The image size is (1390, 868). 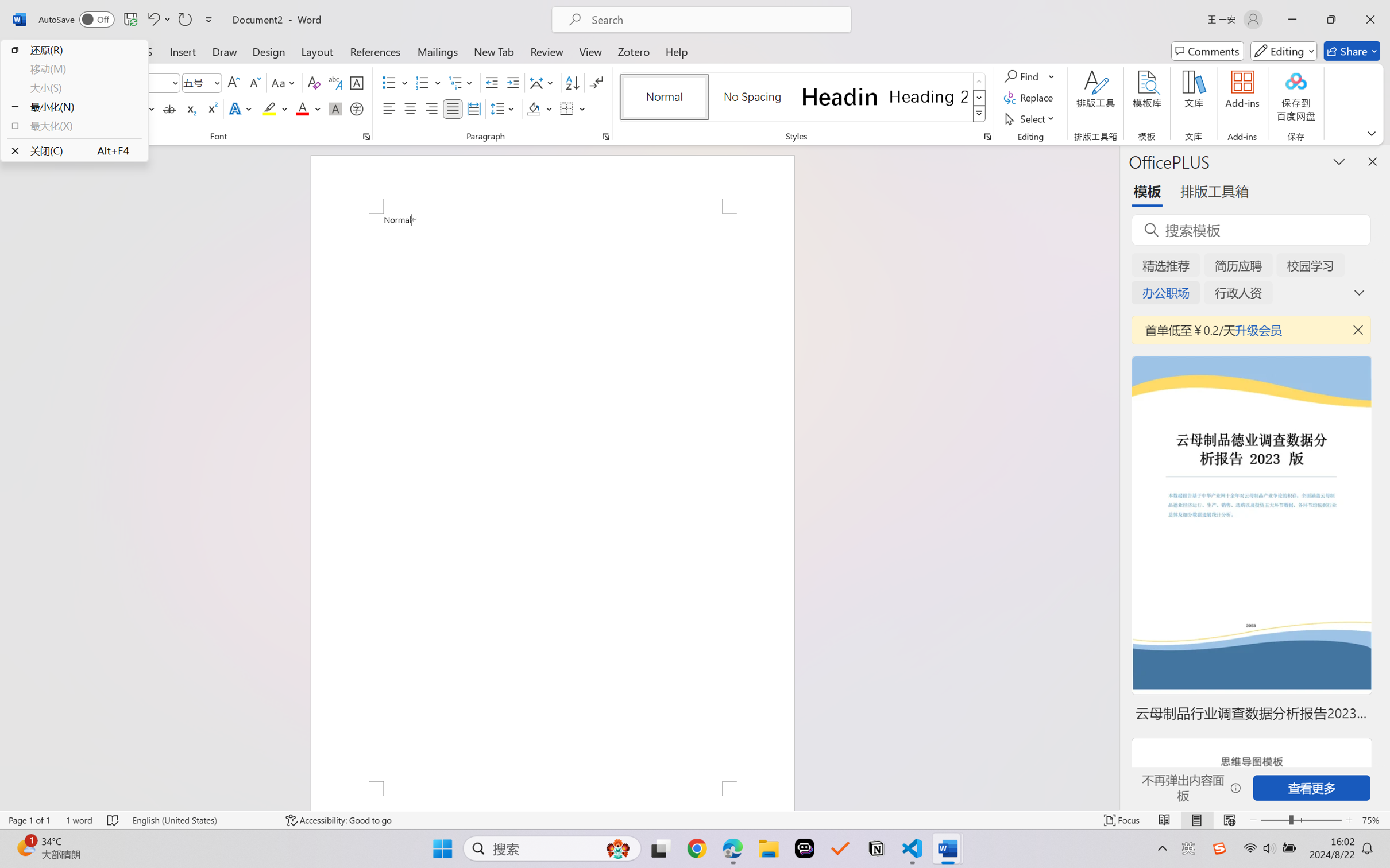 What do you see at coordinates (313, 83) in the screenshot?
I see `'Clear Formatting'` at bounding box center [313, 83].